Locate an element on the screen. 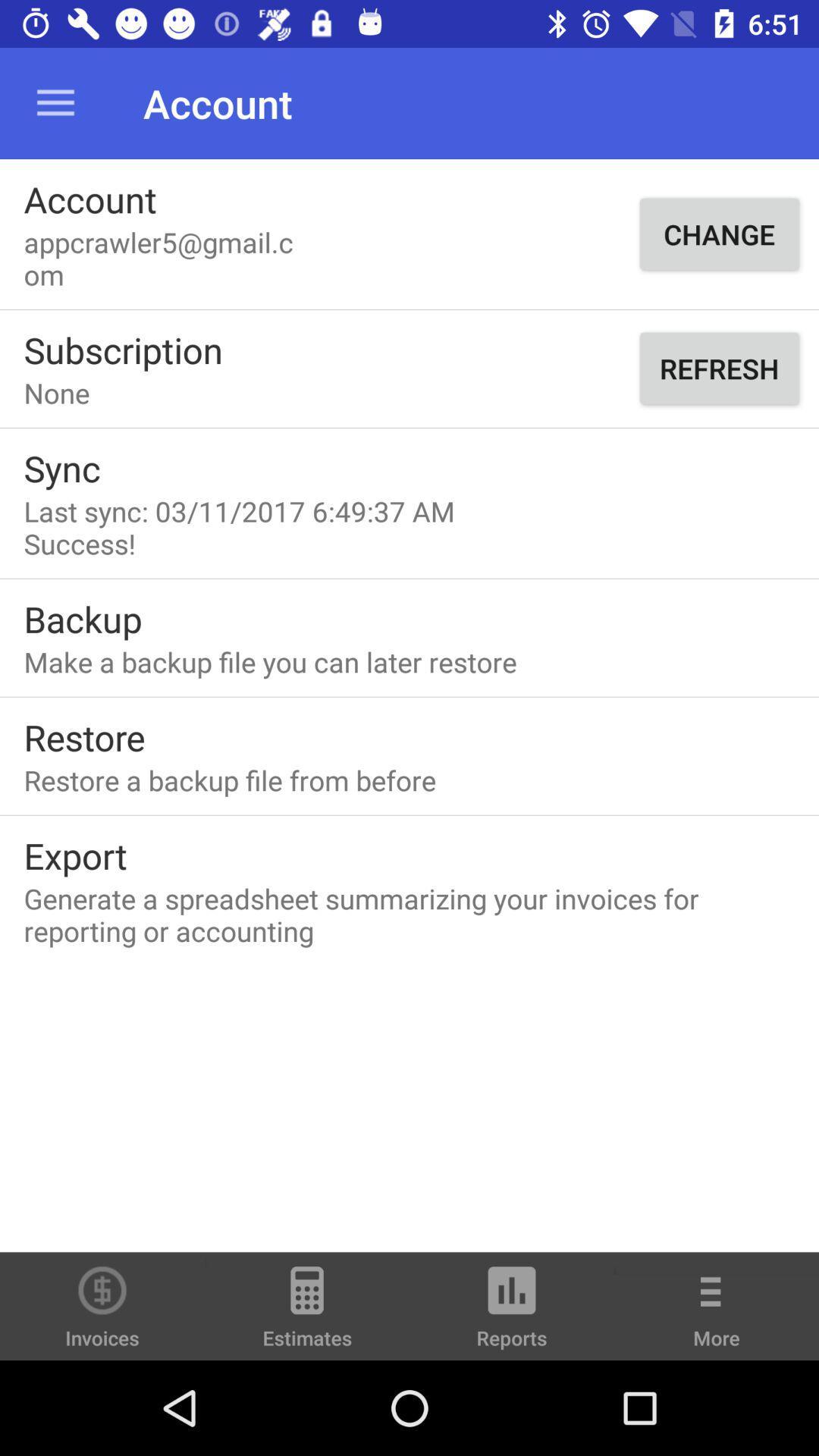 The height and width of the screenshot is (1456, 819). reports icon is located at coordinates (512, 1313).